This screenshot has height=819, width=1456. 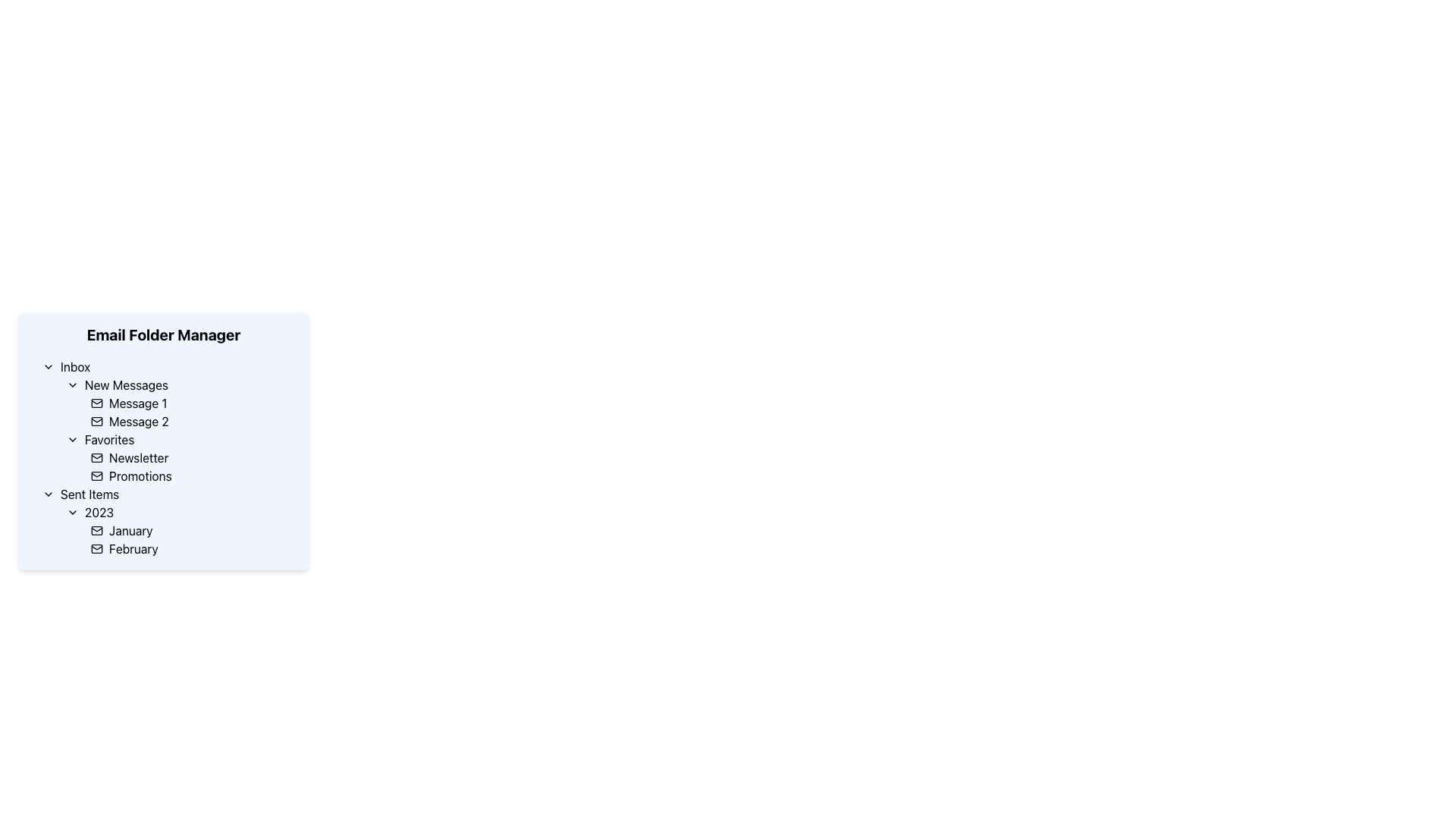 What do you see at coordinates (48, 494) in the screenshot?
I see `the small downward arrow icon next to the label 'Sent Items'` at bounding box center [48, 494].